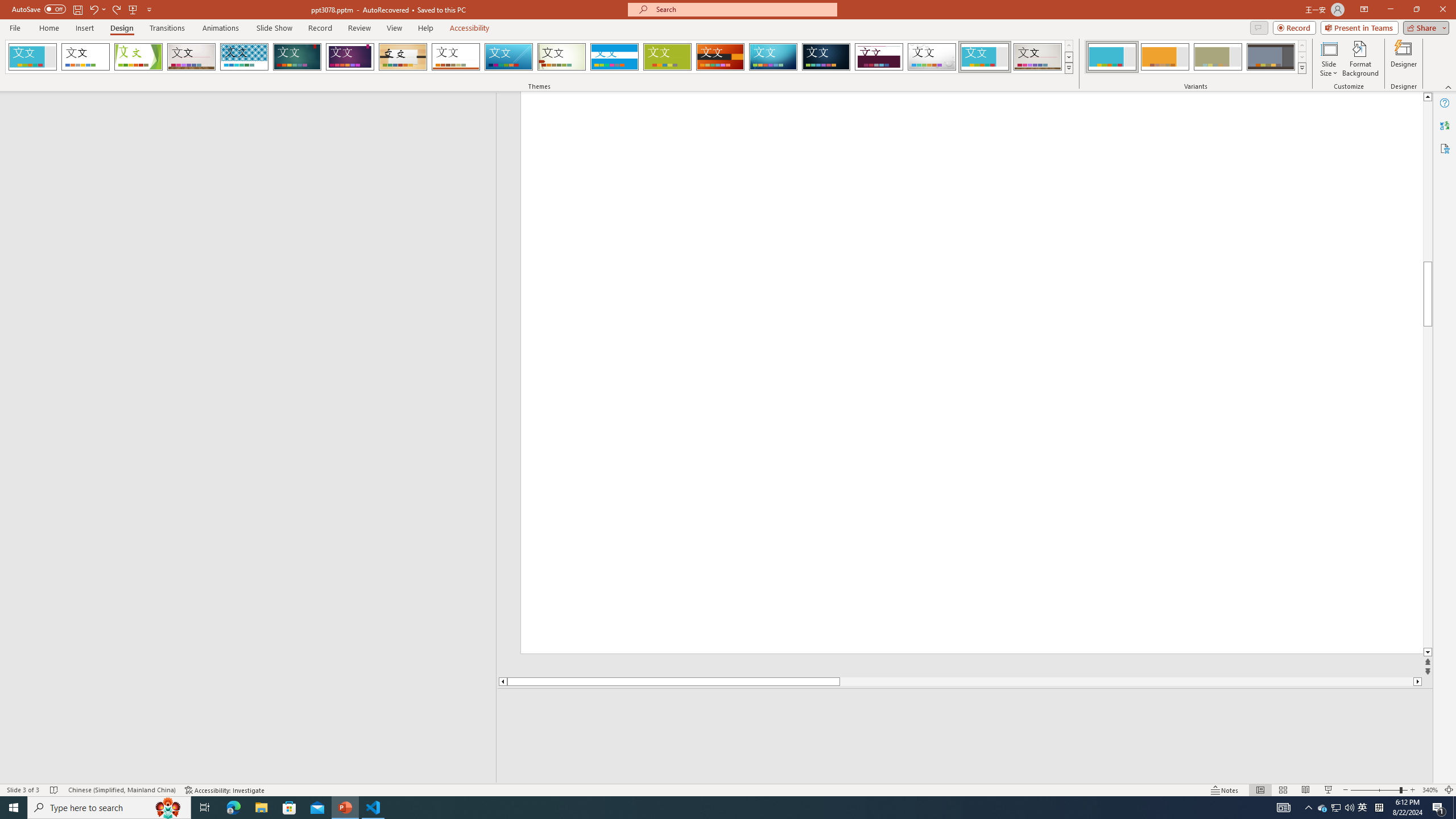 This screenshot has height=819, width=1456. Describe the element at coordinates (985, 56) in the screenshot. I see `'Frame'` at that location.